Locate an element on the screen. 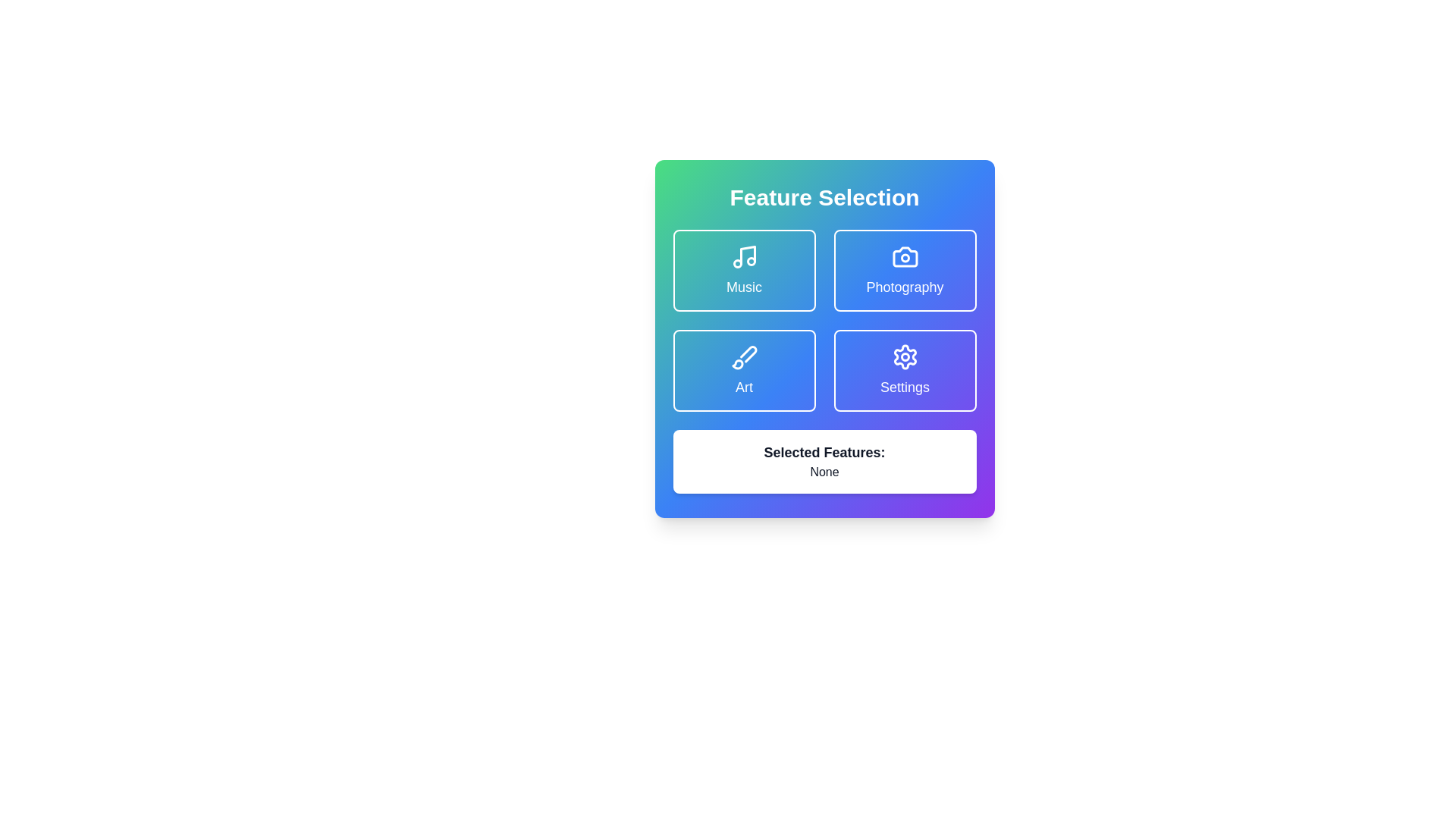 The image size is (1456, 819). the camera icon, which is a thin outline style in white on a blue background, located in the top right quadrant of the 'Photography' panel is located at coordinates (905, 256).